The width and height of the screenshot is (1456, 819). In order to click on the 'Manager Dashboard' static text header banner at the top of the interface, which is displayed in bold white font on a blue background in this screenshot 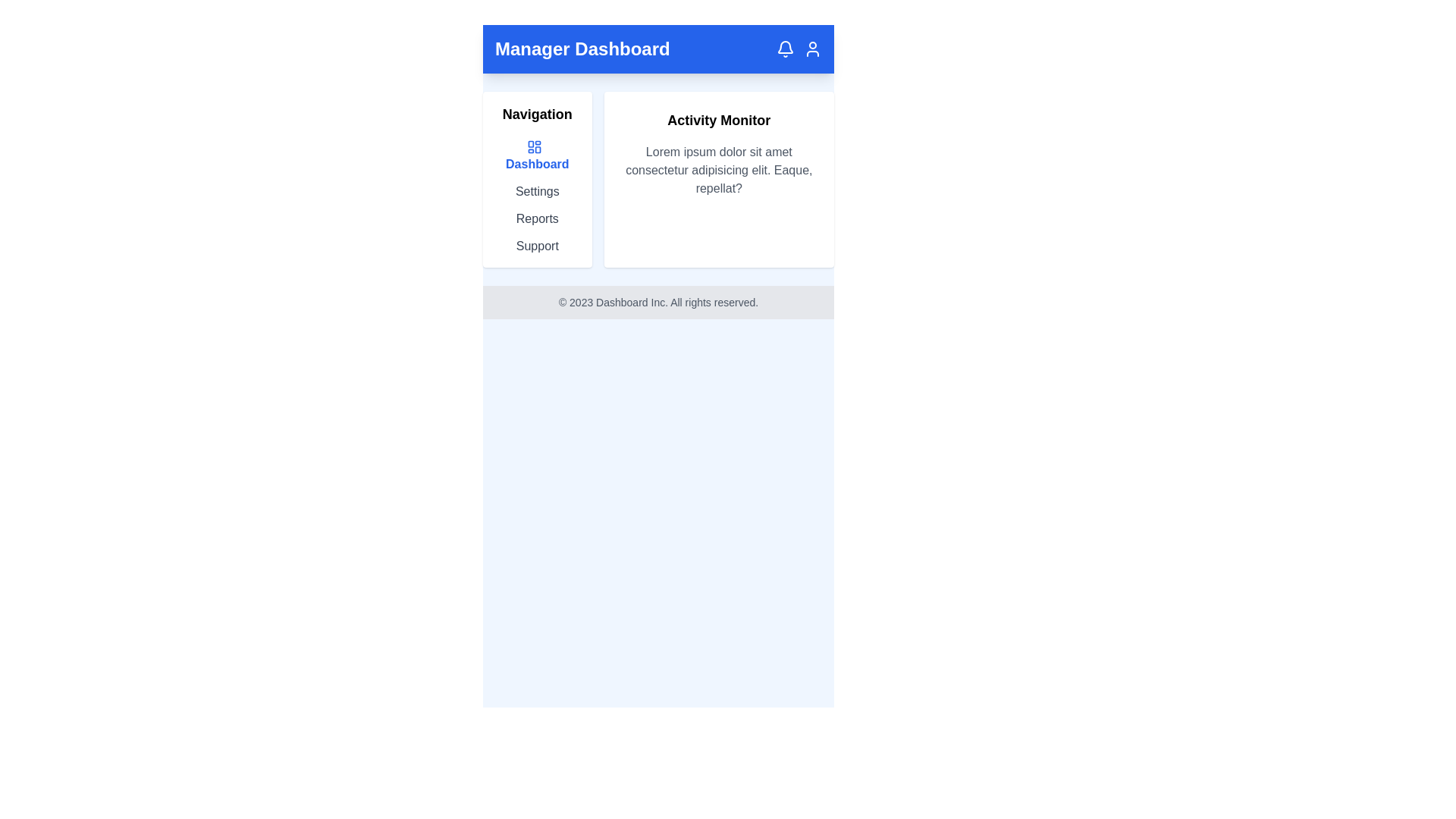, I will do `click(658, 49)`.